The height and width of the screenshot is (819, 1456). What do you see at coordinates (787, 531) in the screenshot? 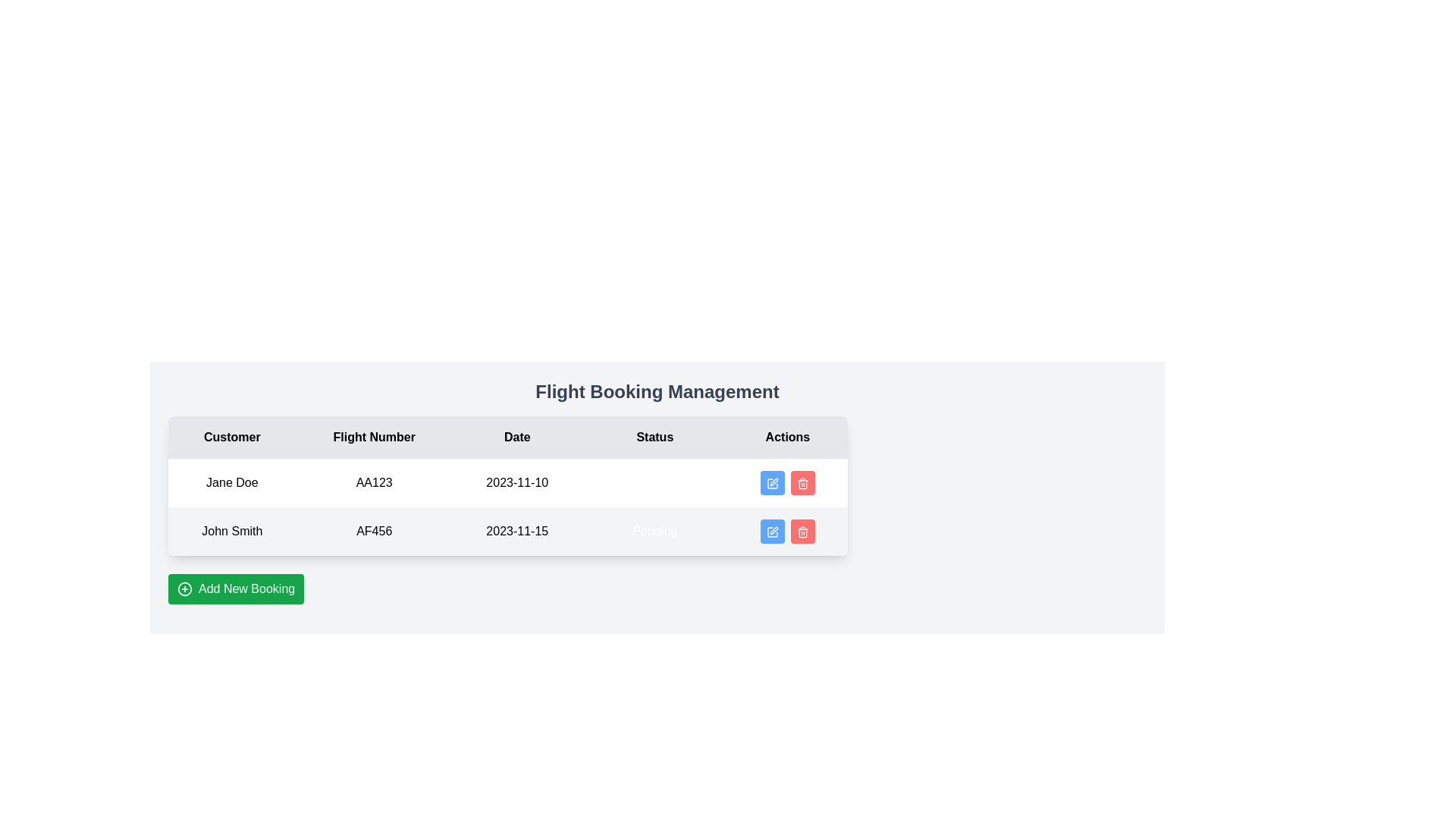
I see `the action buttons in the 'Actions' column for 'John Smith'` at bounding box center [787, 531].